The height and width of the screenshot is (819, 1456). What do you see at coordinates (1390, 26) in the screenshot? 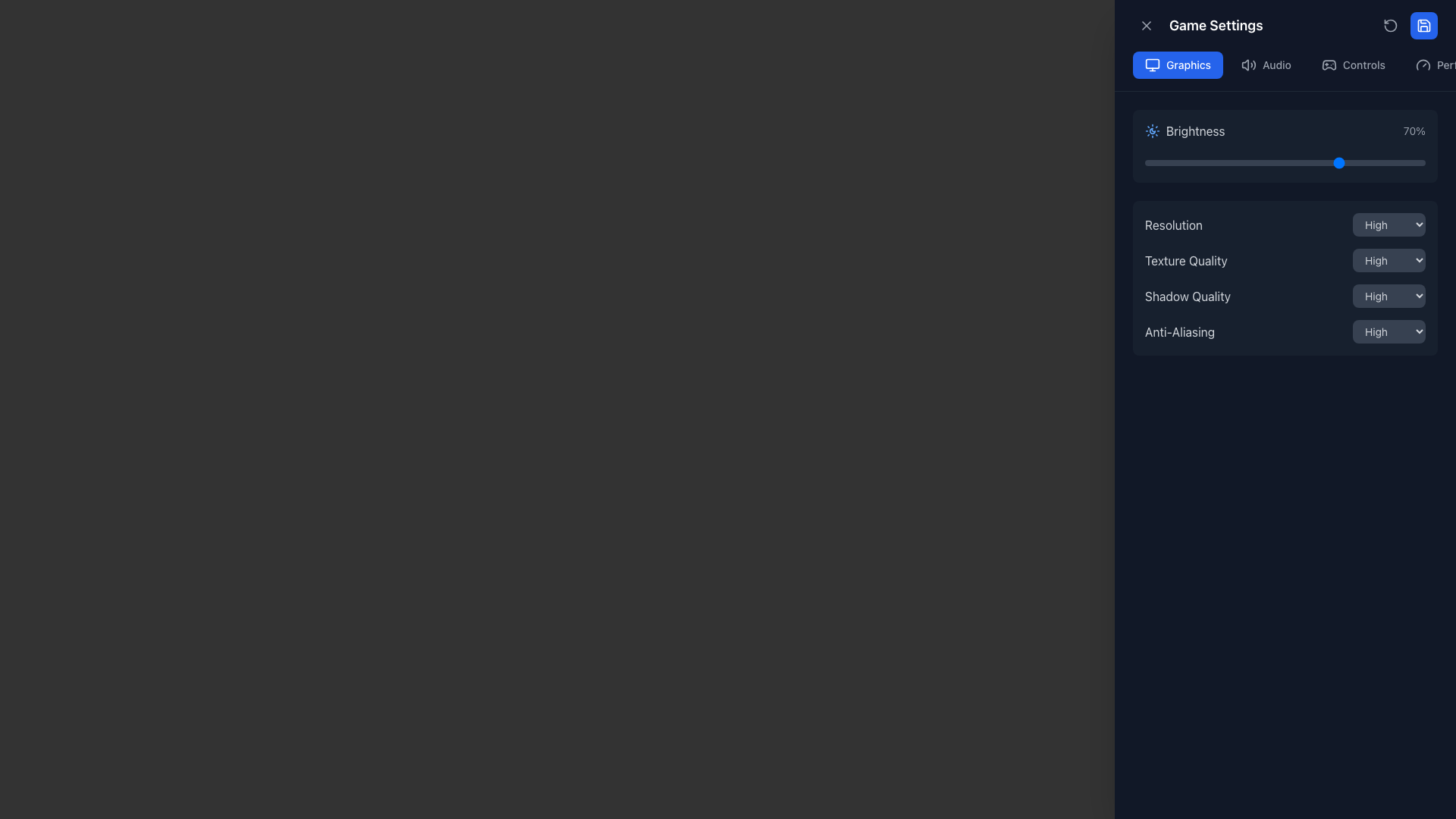
I see `the reset icon button located in the top-right section of the Game Settings panel` at bounding box center [1390, 26].